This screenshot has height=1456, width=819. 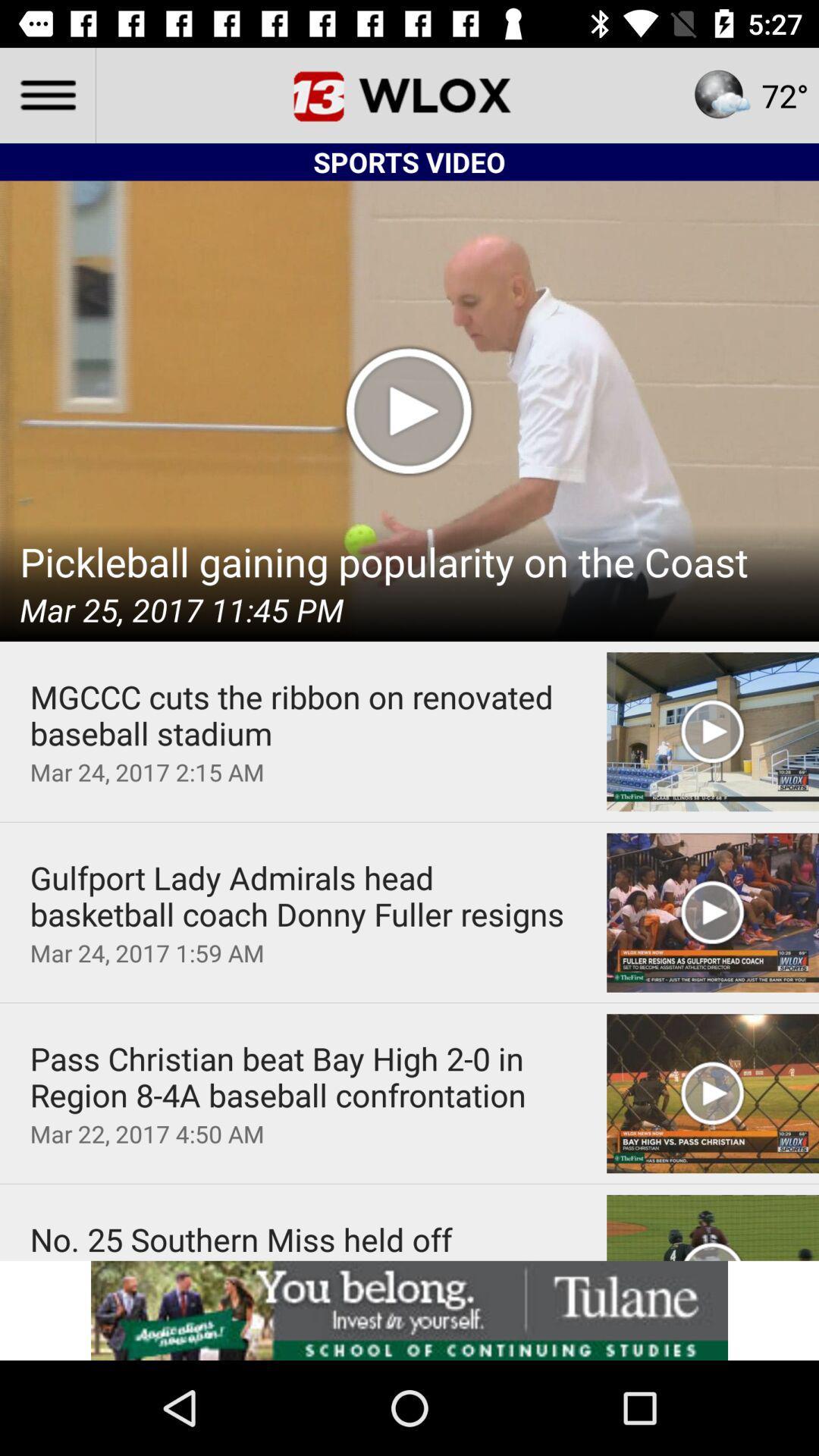 What do you see at coordinates (46, 94) in the screenshot?
I see `the menu icon` at bounding box center [46, 94].